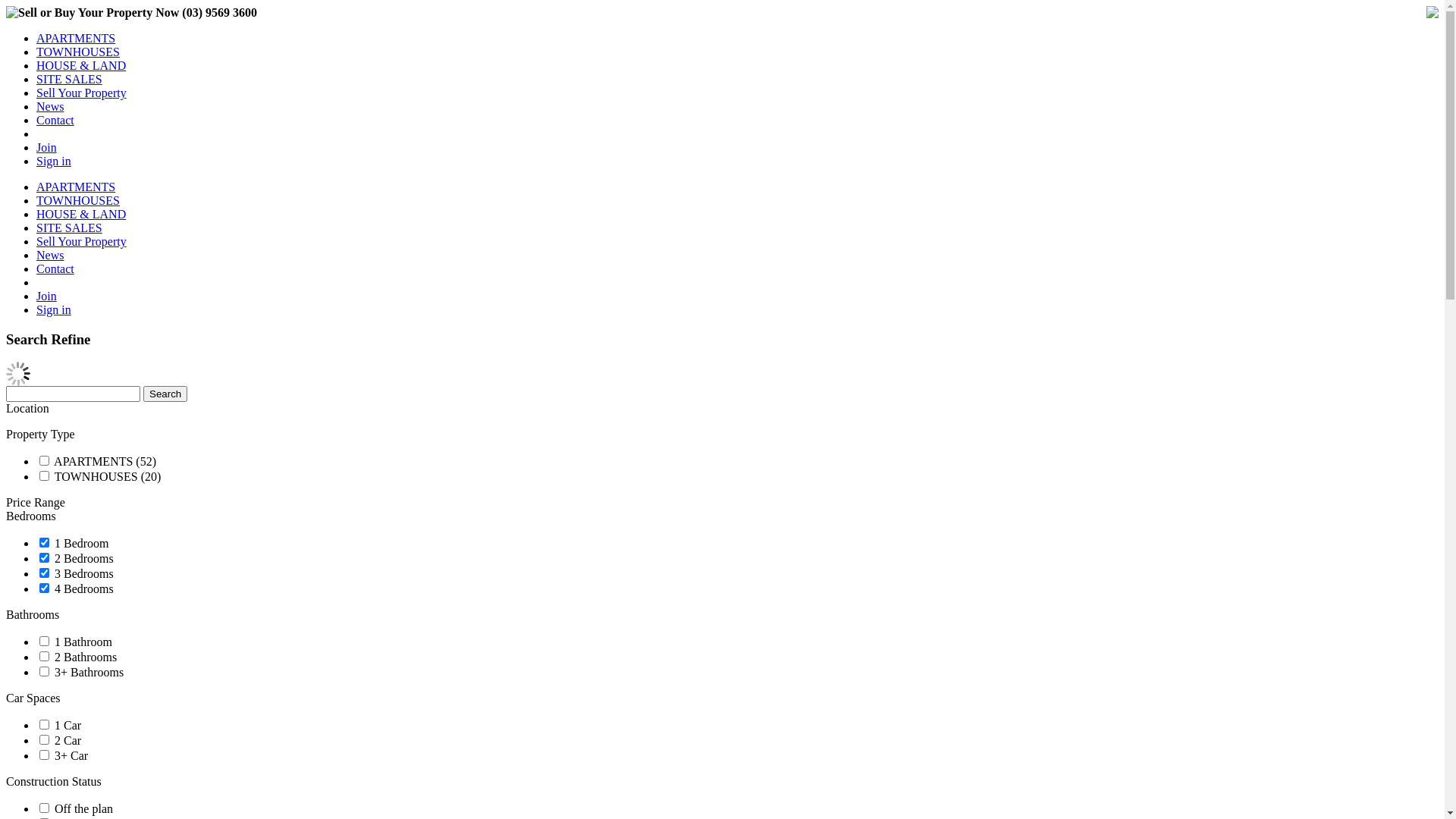 This screenshot has width=1456, height=819. Describe the element at coordinates (46, 296) in the screenshot. I see `'Join'` at that location.